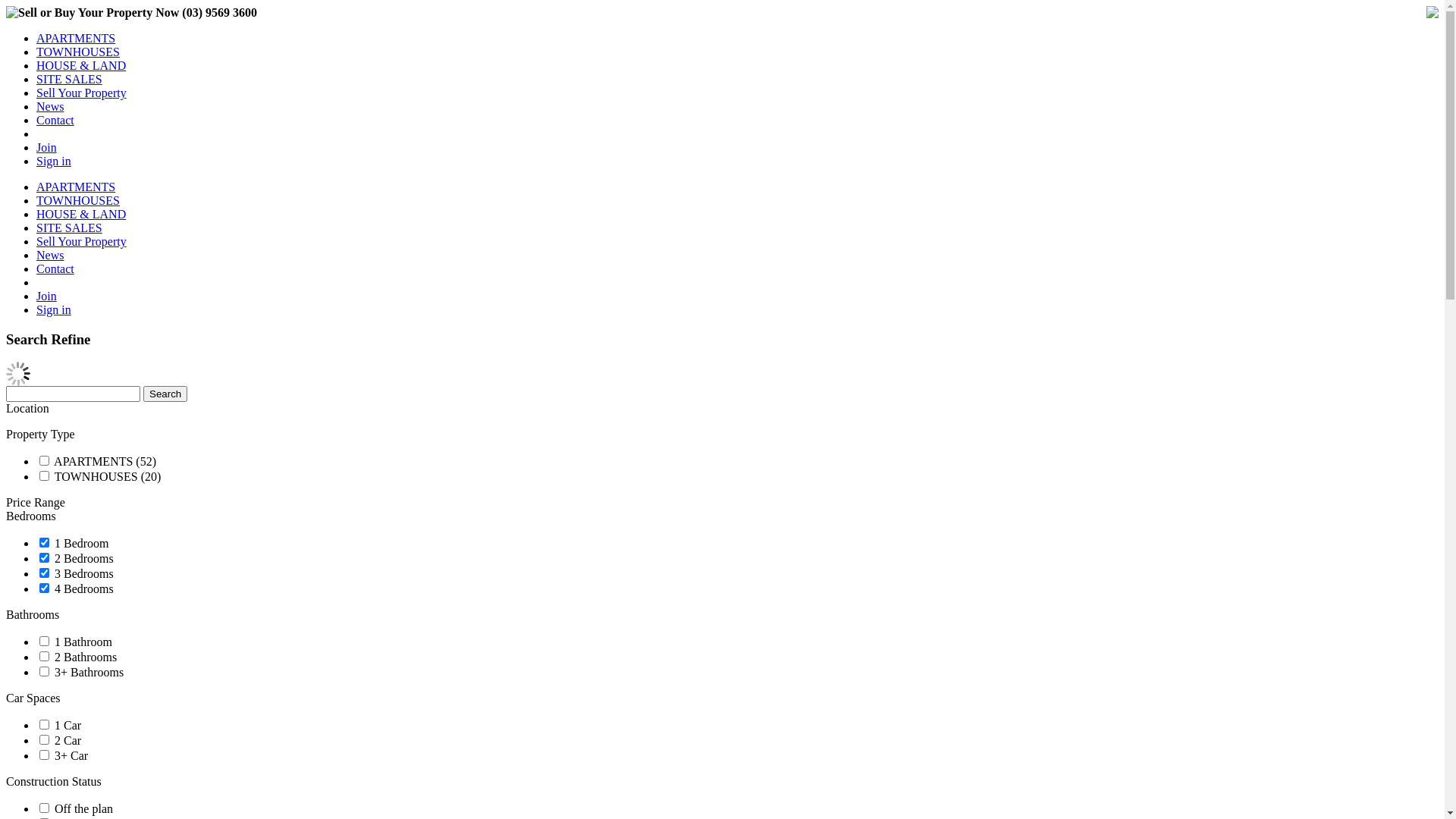 This screenshot has width=1456, height=819. Describe the element at coordinates (46, 296) in the screenshot. I see `'Join'` at that location.